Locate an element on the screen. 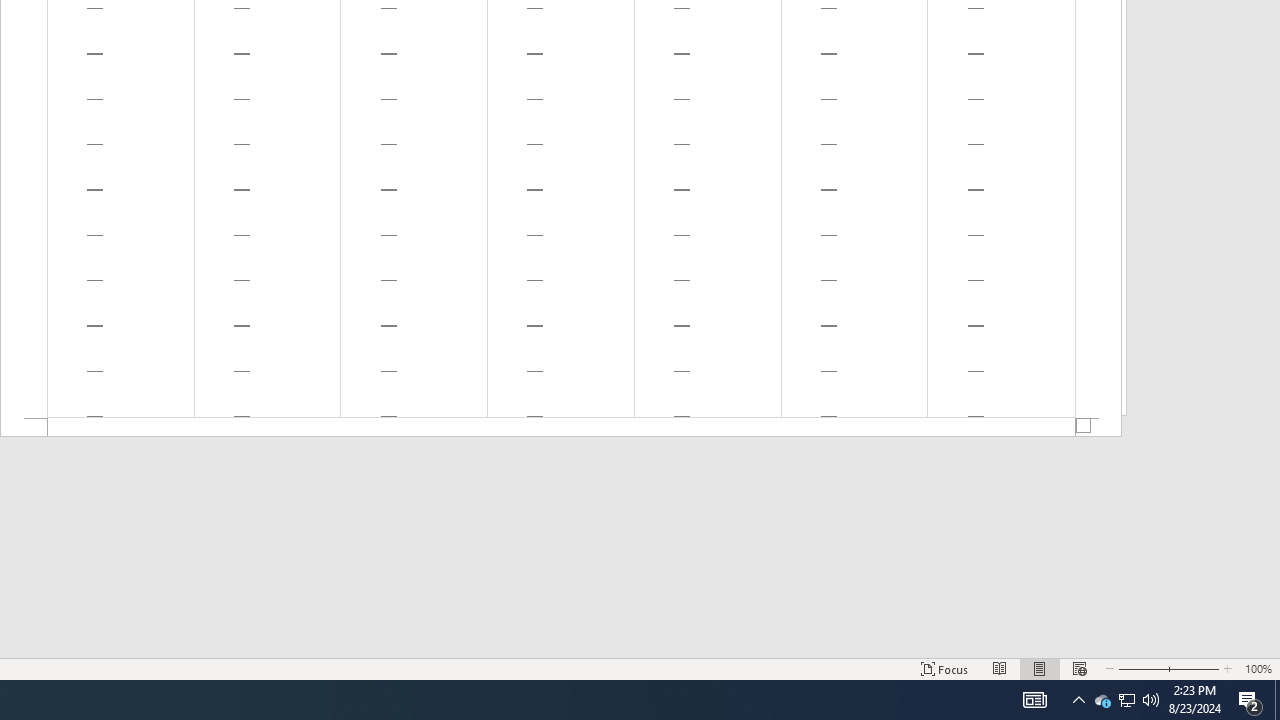  'Read Mode' is located at coordinates (1000, 669).